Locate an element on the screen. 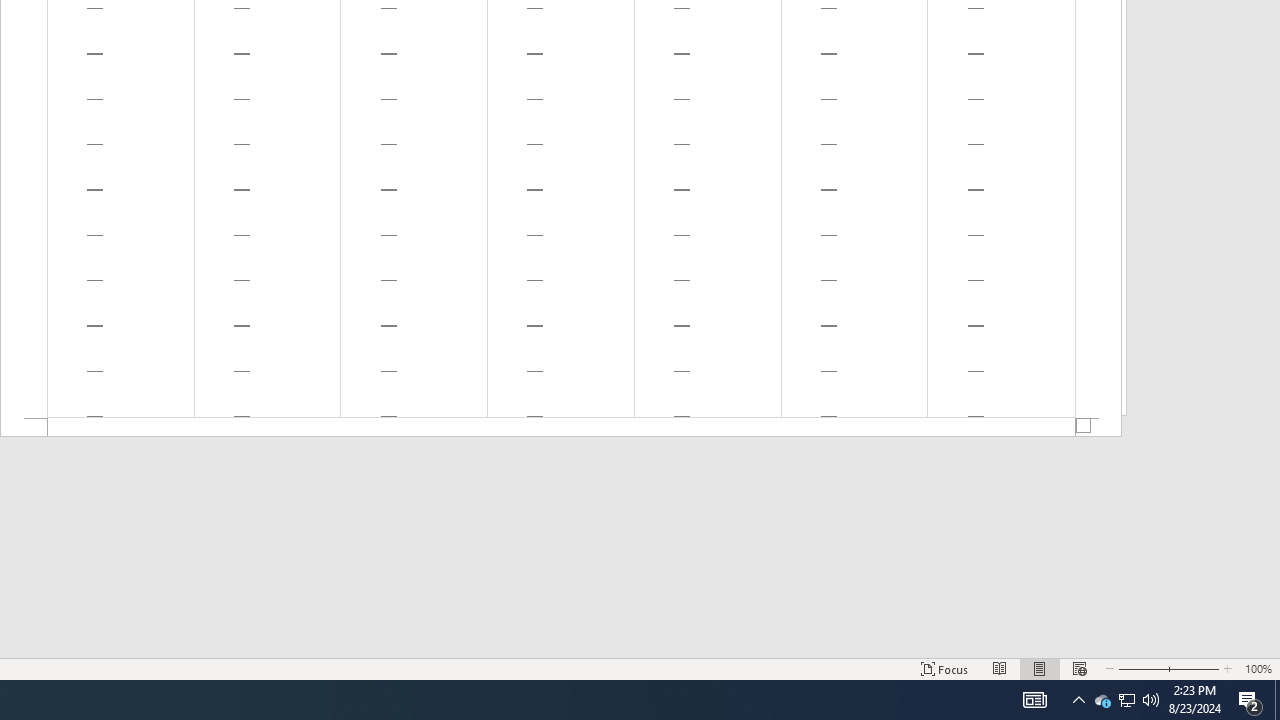  'Read Mode' is located at coordinates (1000, 669).